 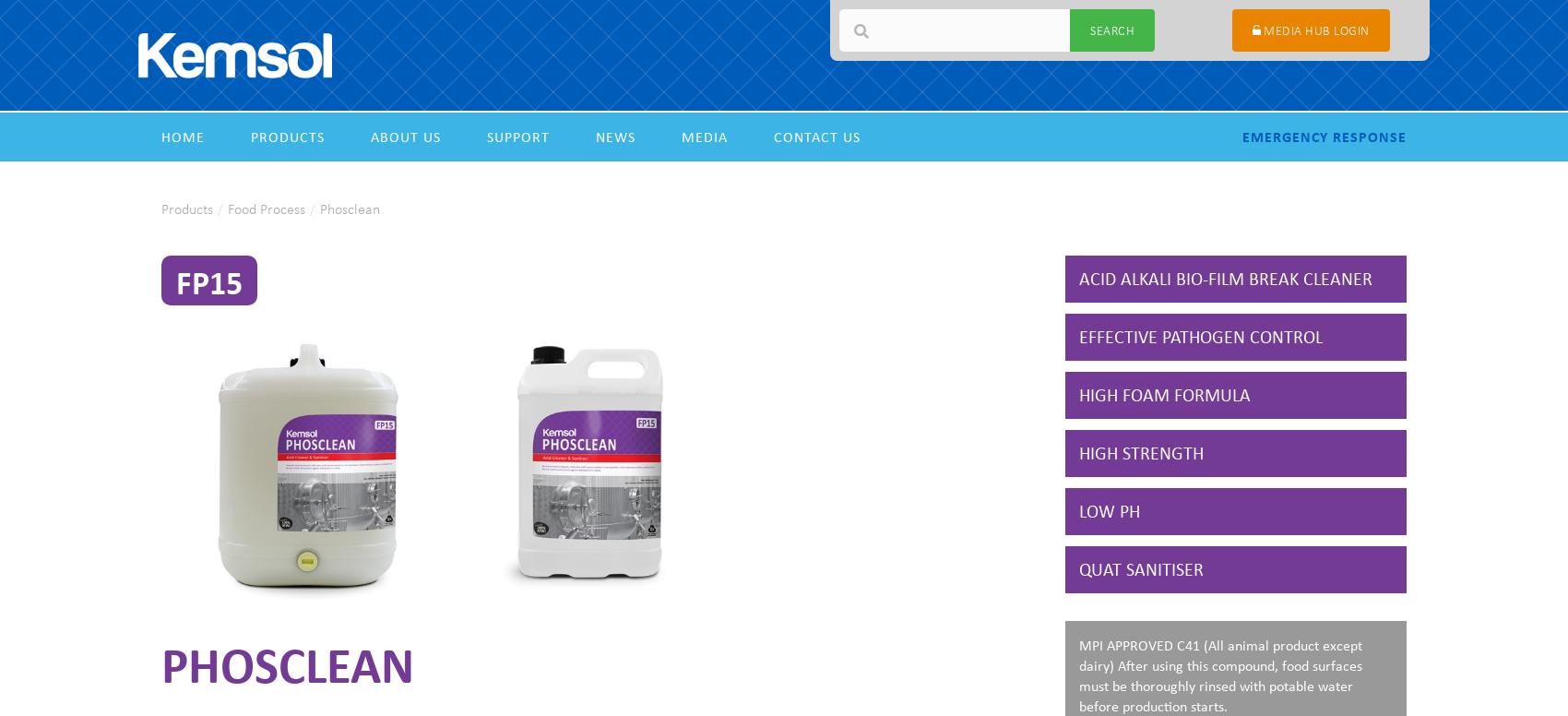 What do you see at coordinates (1220, 674) in the screenshot?
I see `'MPI APPROVED C41 
(All animal product except dairy)
After using this compound, food surfaces must be thoroughly rinsed with potable water before production starts.'` at bounding box center [1220, 674].